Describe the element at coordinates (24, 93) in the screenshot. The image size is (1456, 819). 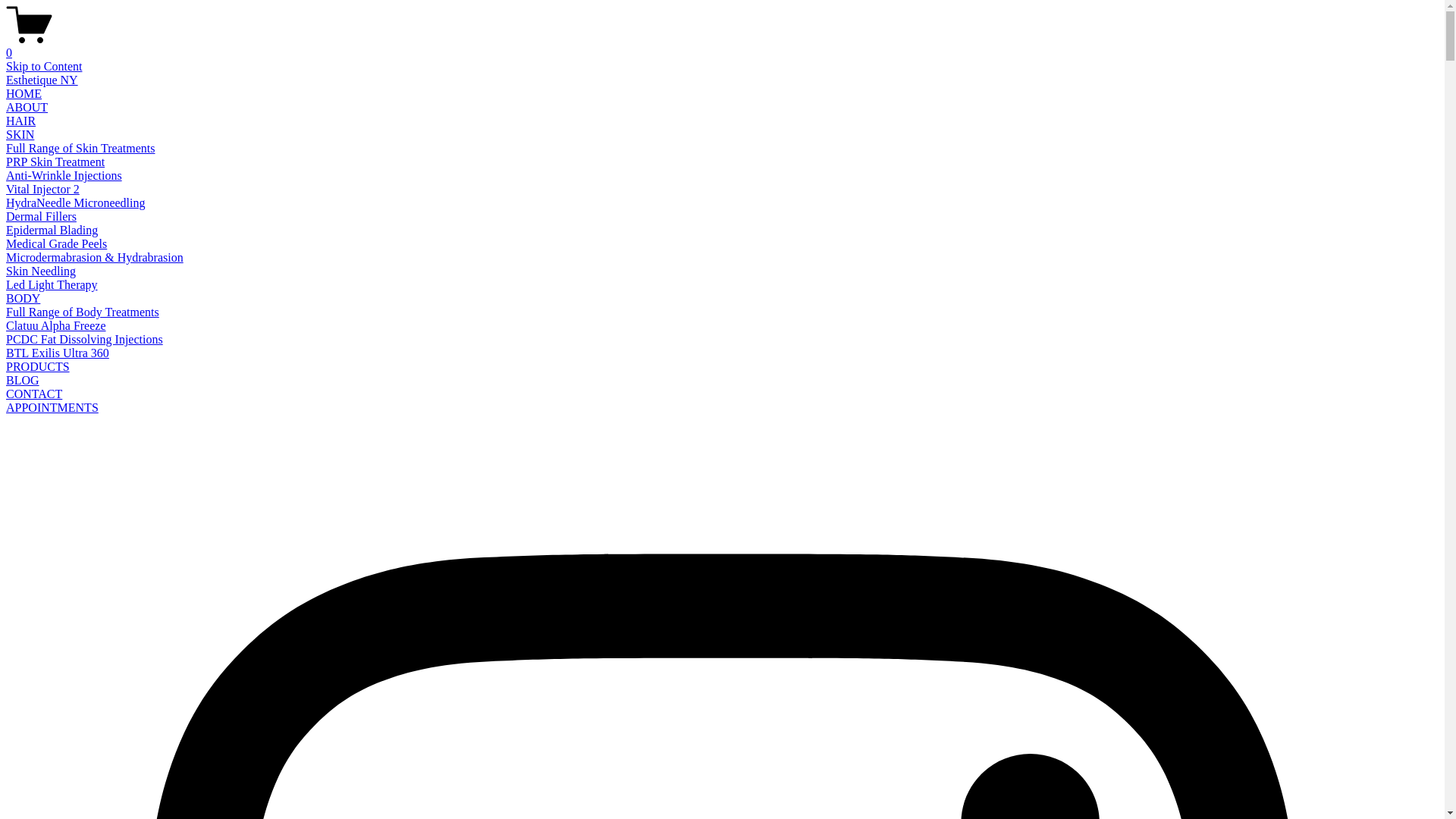
I see `'HOME'` at that location.